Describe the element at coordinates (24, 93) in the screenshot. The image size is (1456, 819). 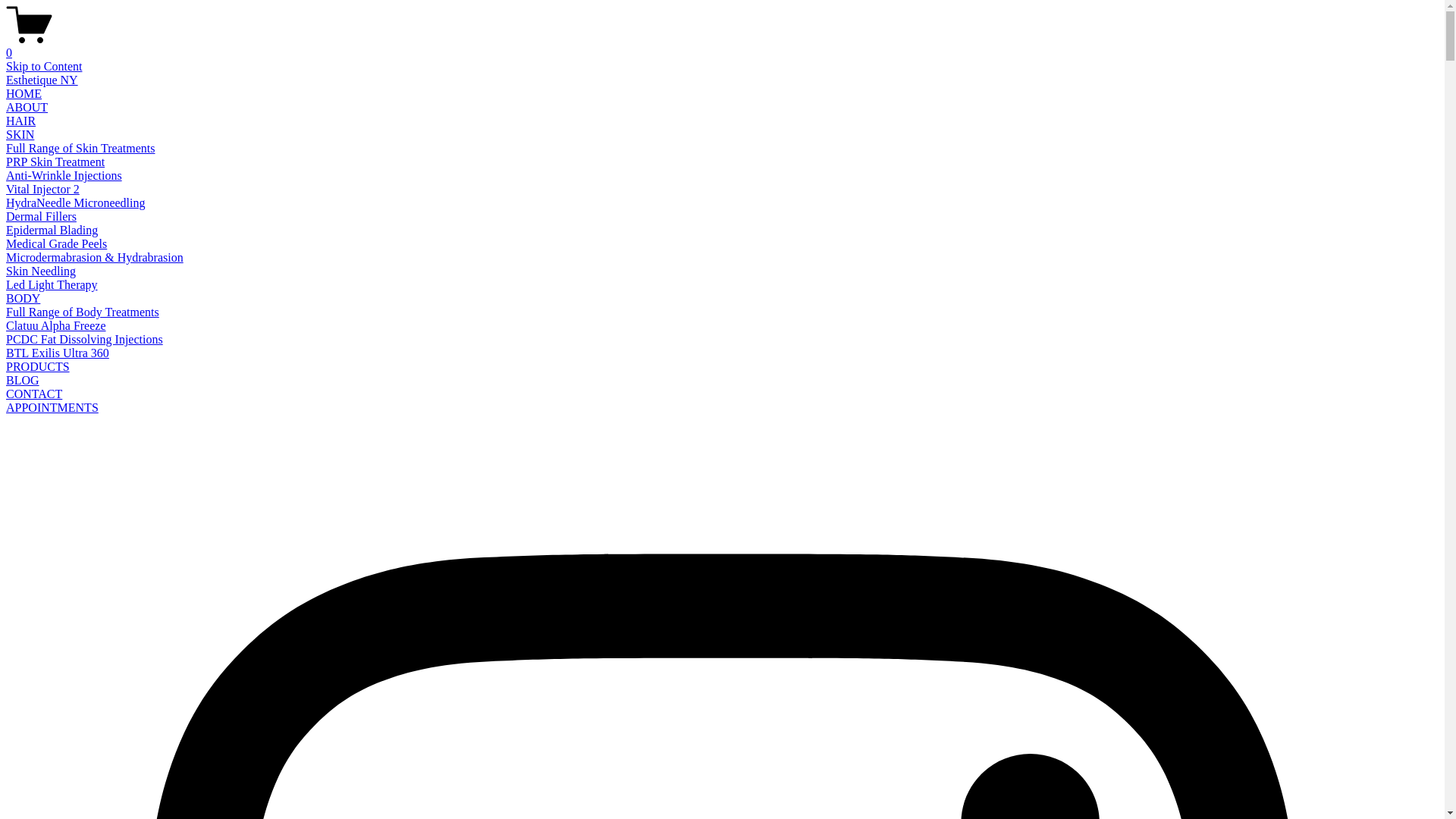
I see `'HOME'` at that location.